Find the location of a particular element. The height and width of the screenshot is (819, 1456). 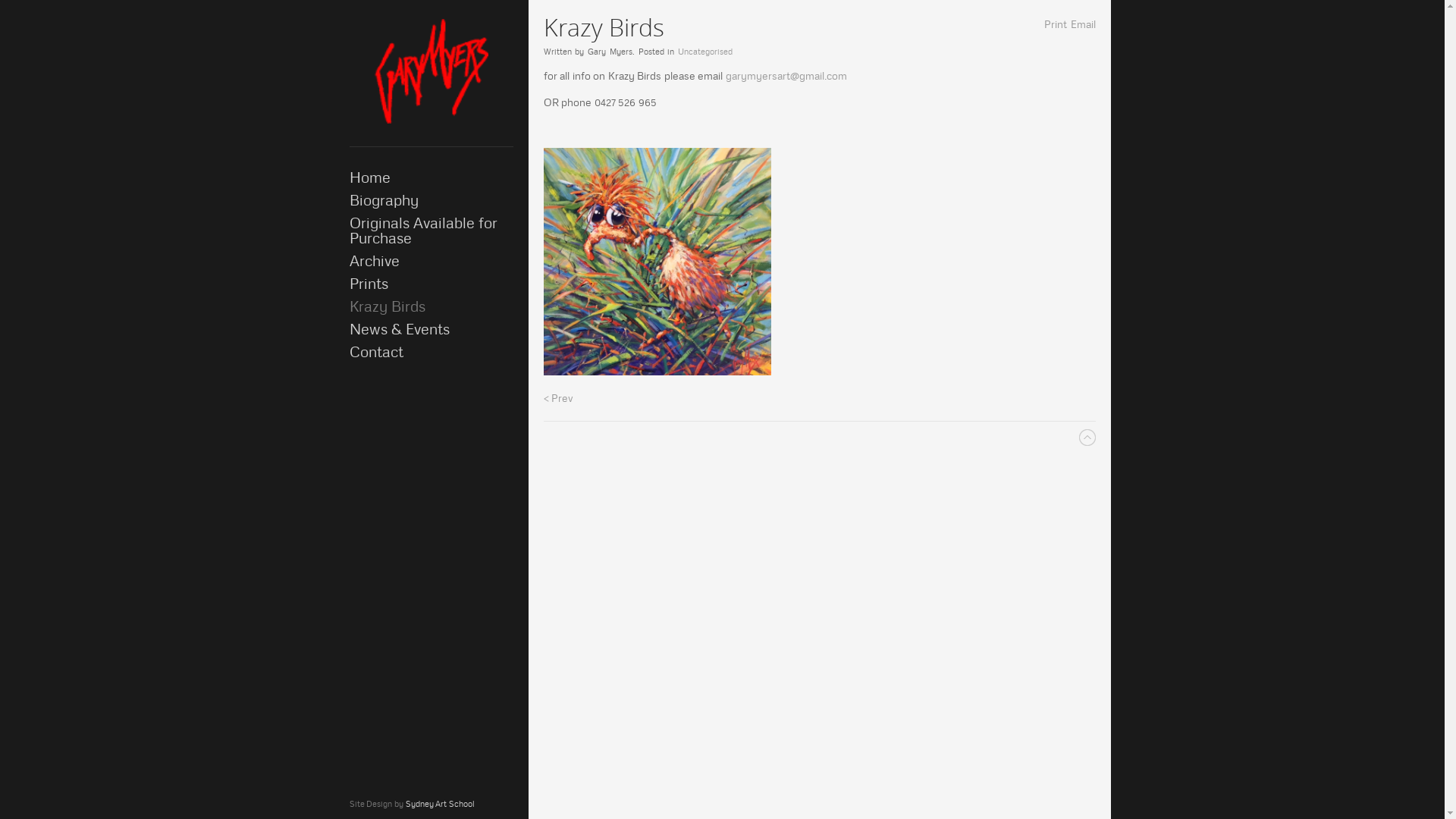

'Email' is located at coordinates (1082, 24).